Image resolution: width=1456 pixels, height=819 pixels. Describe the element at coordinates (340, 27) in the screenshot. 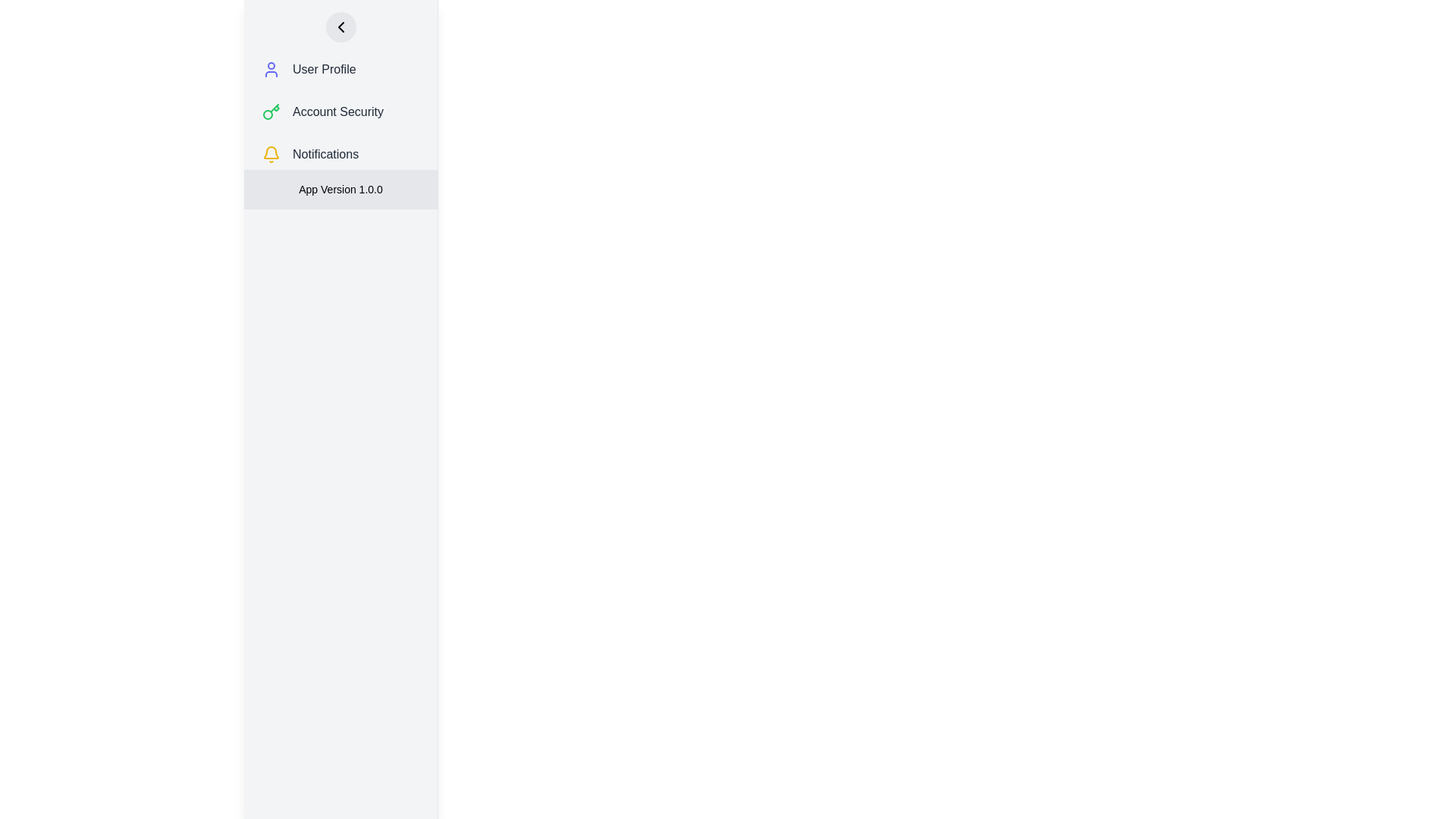

I see `the leftward-pointing chevron icon in the circular button at the top of the vertical list` at that location.